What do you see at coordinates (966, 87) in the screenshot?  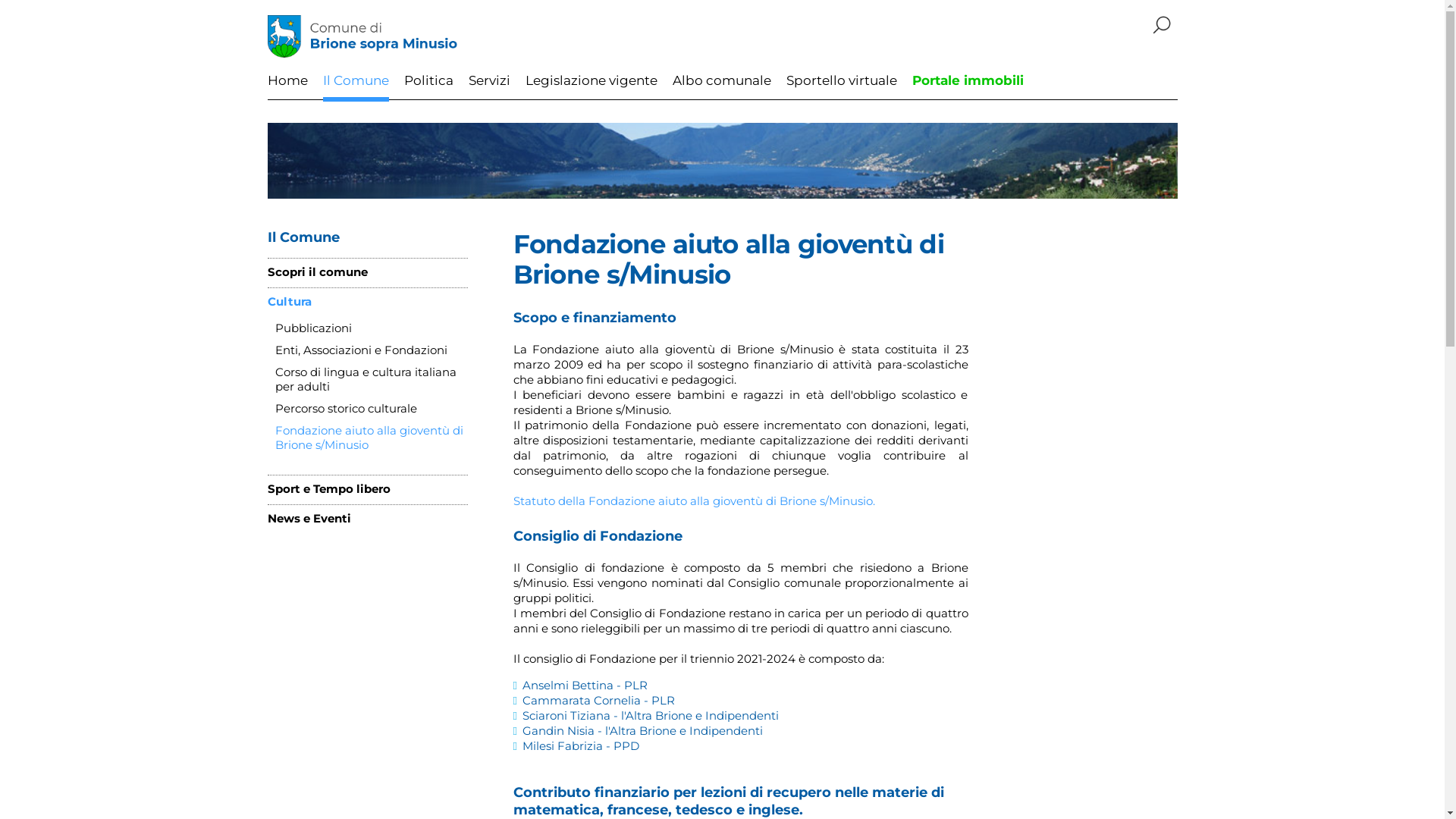 I see `'Portale immobili'` at bounding box center [966, 87].